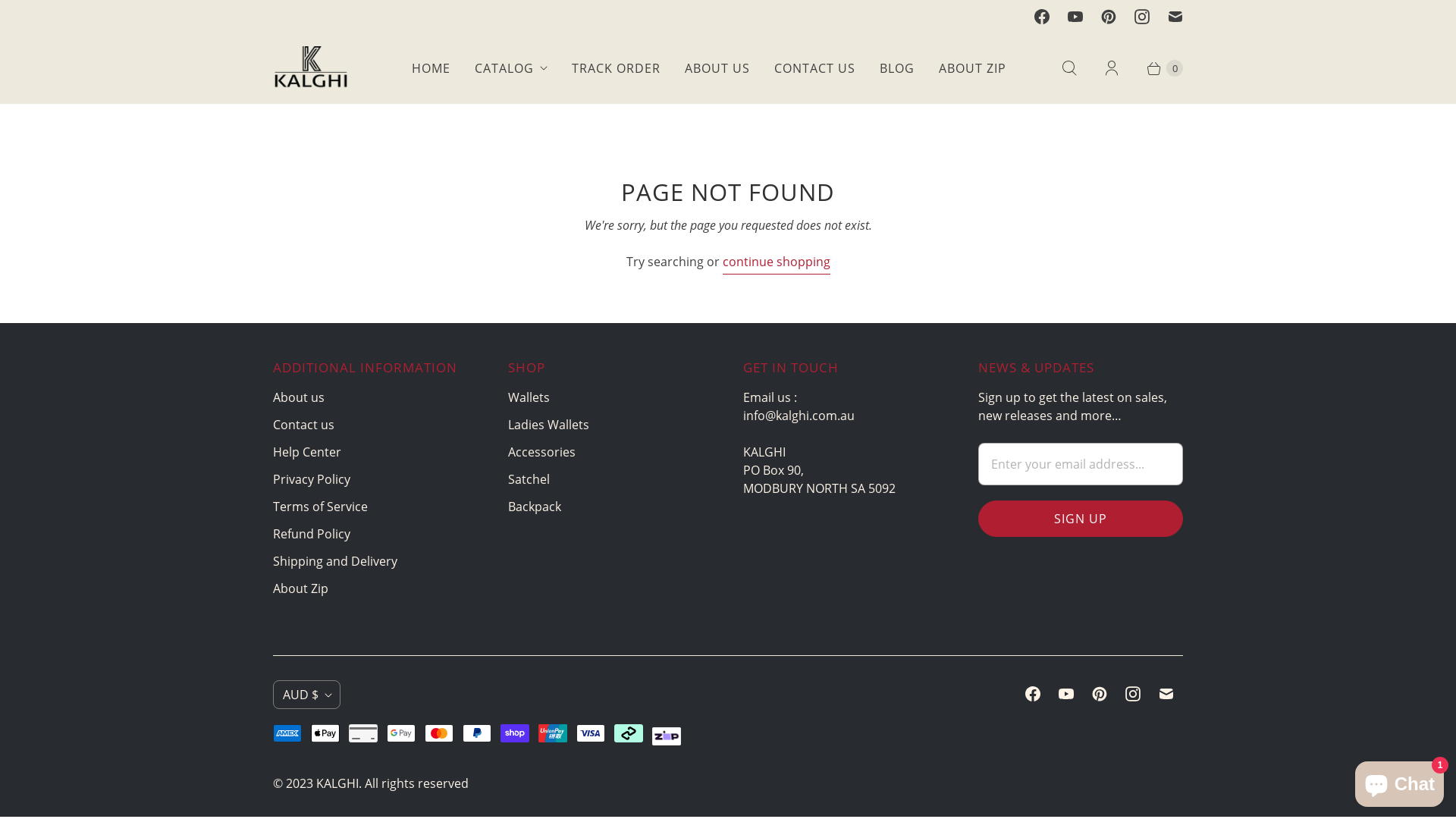 The height and width of the screenshot is (819, 1456). What do you see at coordinates (1156, 67) in the screenshot?
I see `'0'` at bounding box center [1156, 67].